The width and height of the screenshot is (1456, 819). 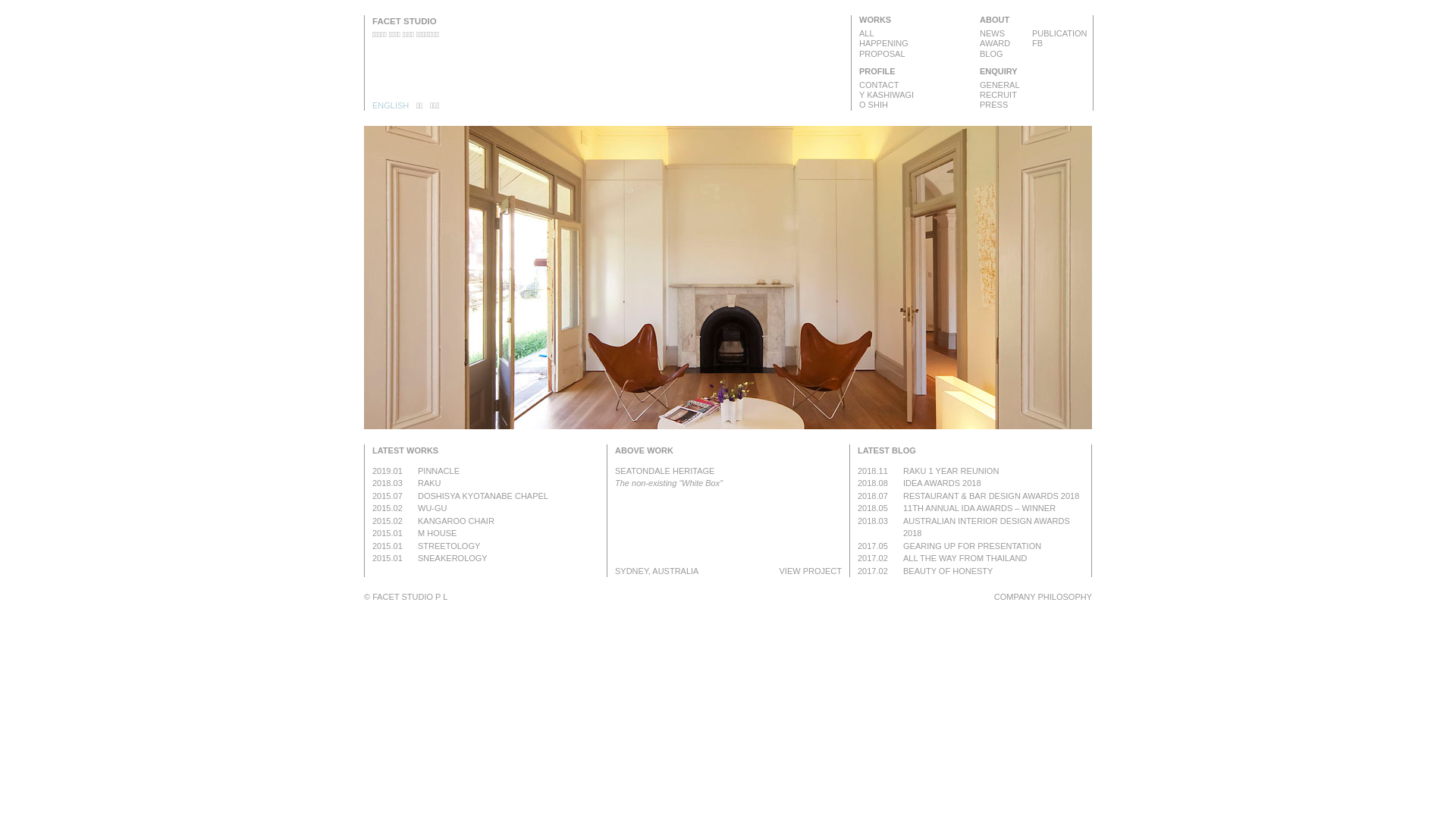 I want to click on 'FACET STUDIO', so click(x=404, y=20).